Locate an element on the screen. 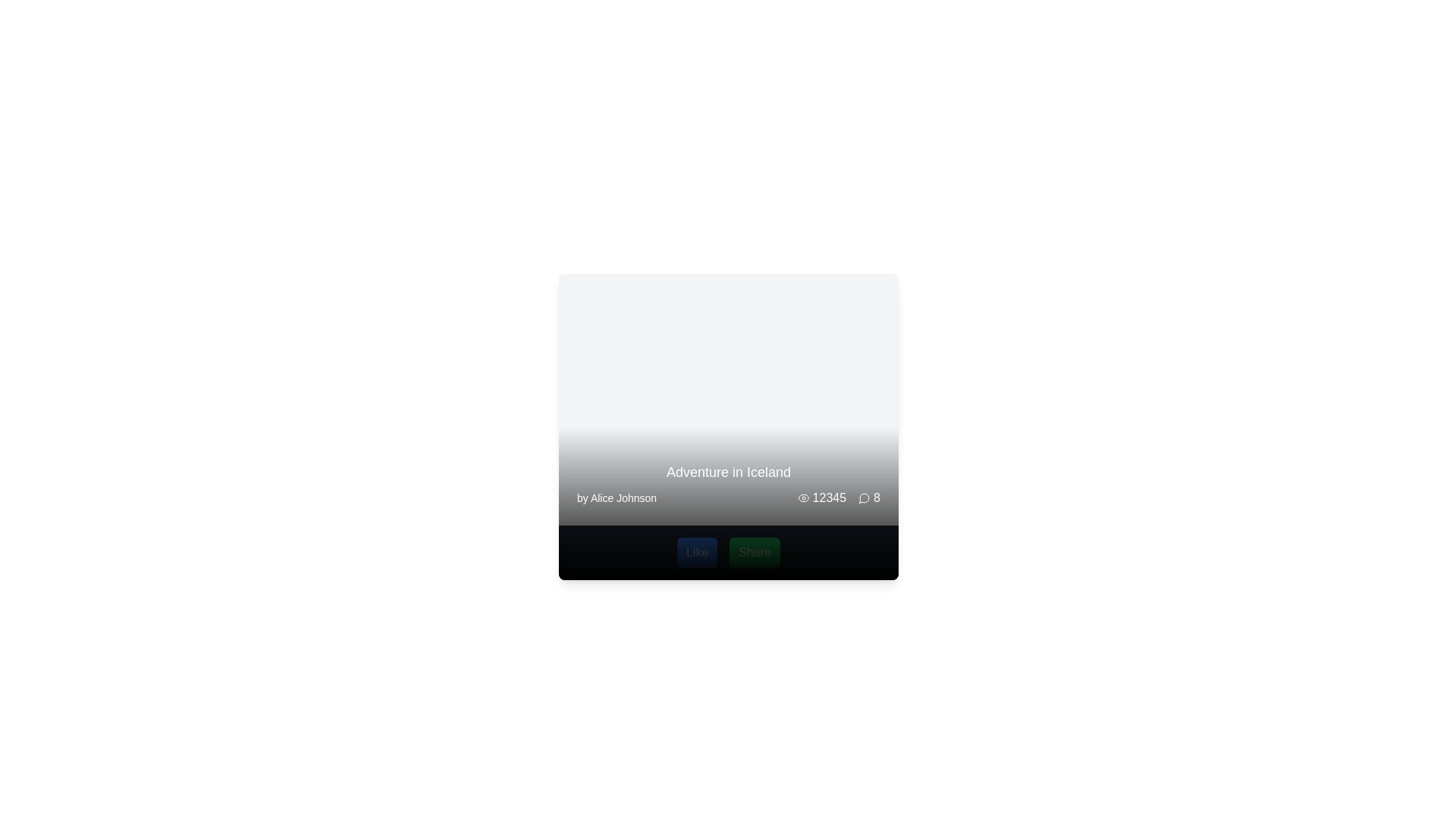  the 'Share' button located to the right of the 'Like' button at the bottom center of the interface, within a dark gray background area is located at coordinates (755, 553).